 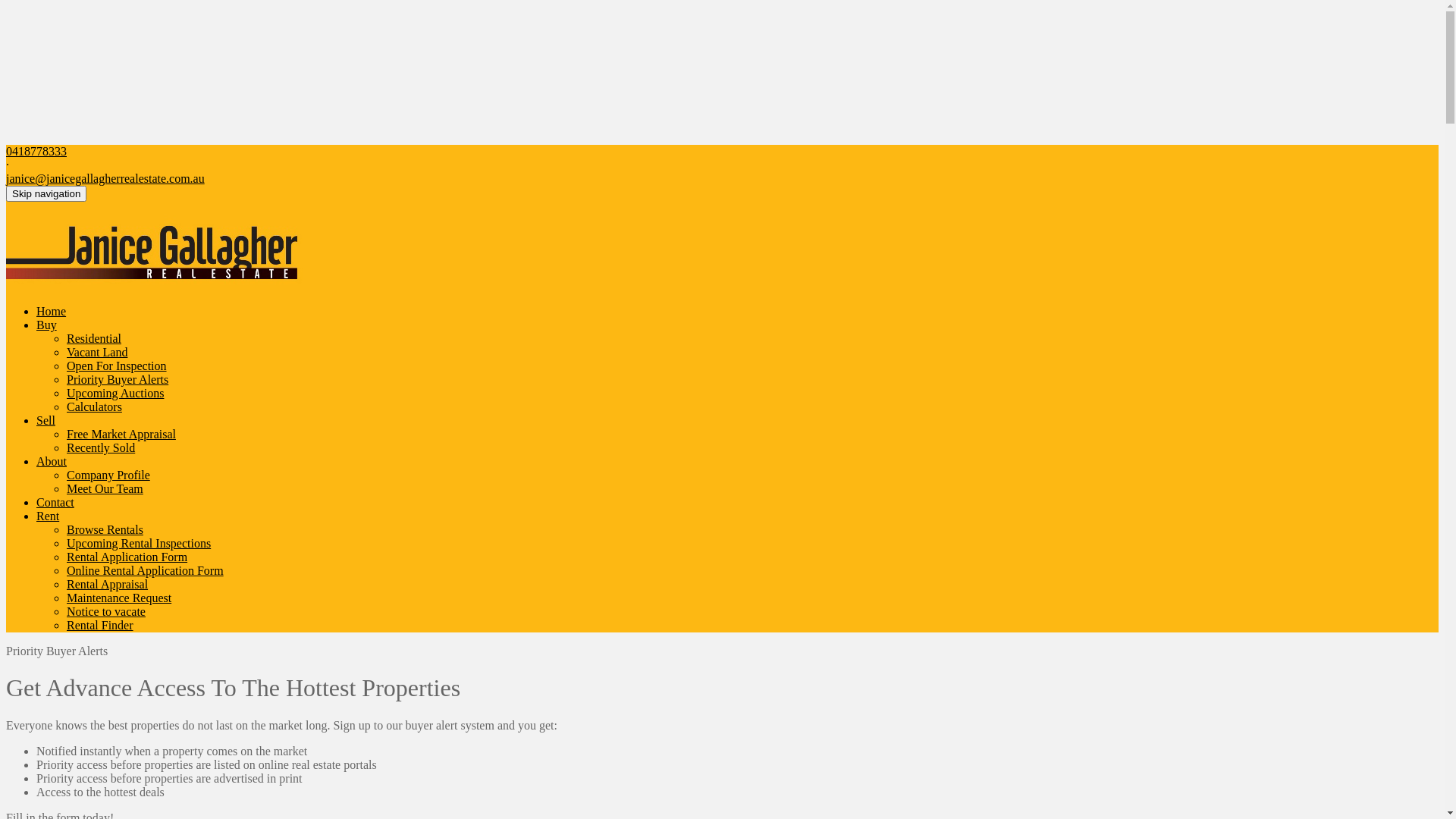 I want to click on 'Calculators', so click(x=93, y=406).